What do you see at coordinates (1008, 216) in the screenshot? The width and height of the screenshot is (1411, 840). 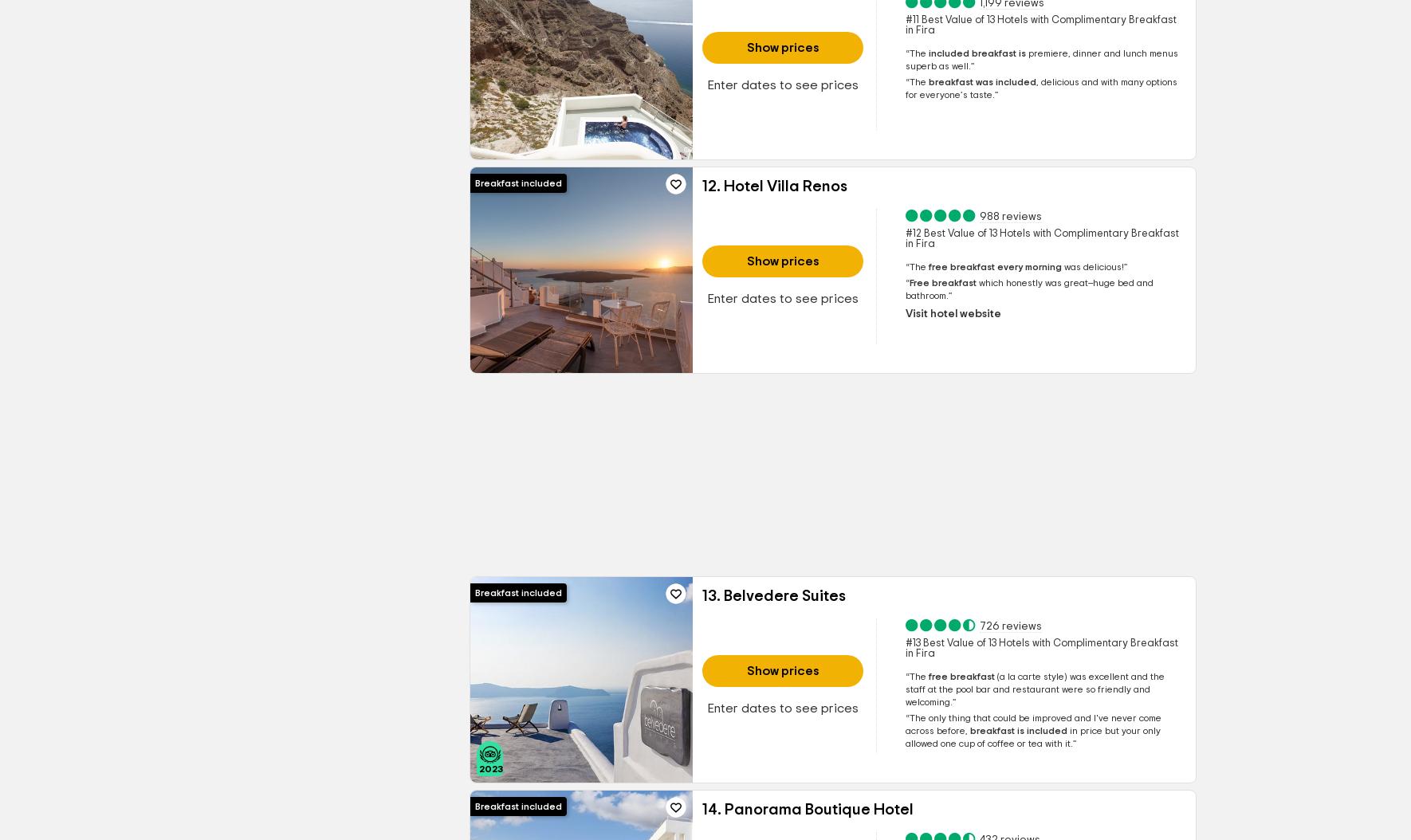 I see `'988 reviews'` at bounding box center [1008, 216].